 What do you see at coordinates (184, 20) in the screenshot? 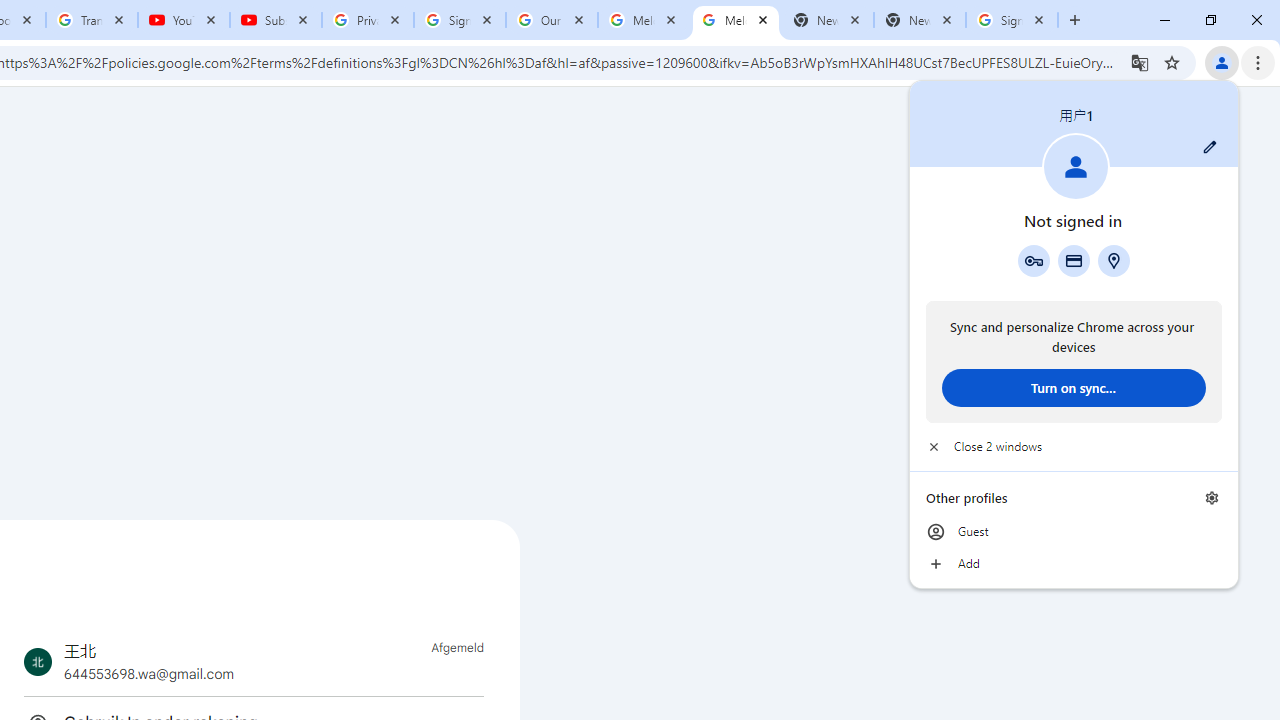
I see `'YouTube'` at bounding box center [184, 20].